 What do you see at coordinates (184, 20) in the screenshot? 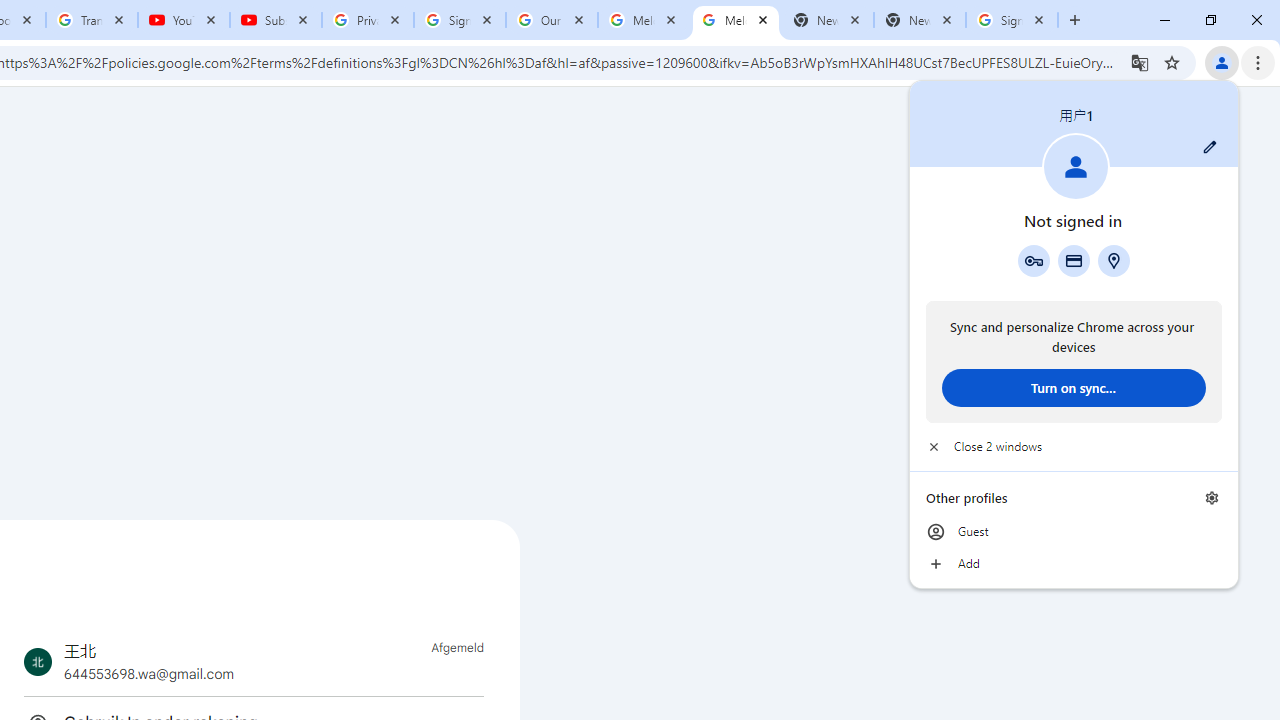
I see `'YouTube'` at bounding box center [184, 20].